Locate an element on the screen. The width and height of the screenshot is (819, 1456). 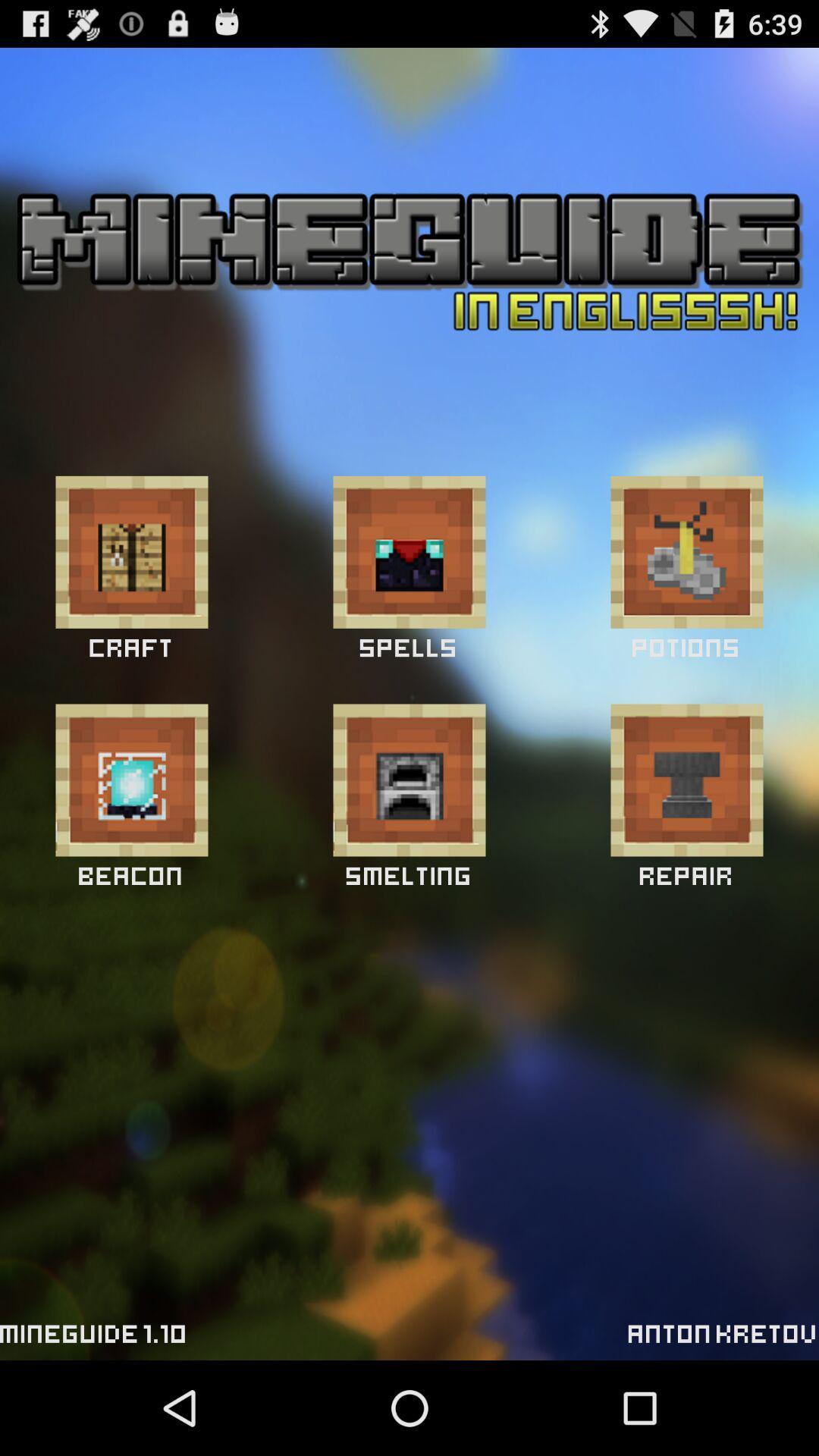
icon below potions icon is located at coordinates (687, 780).